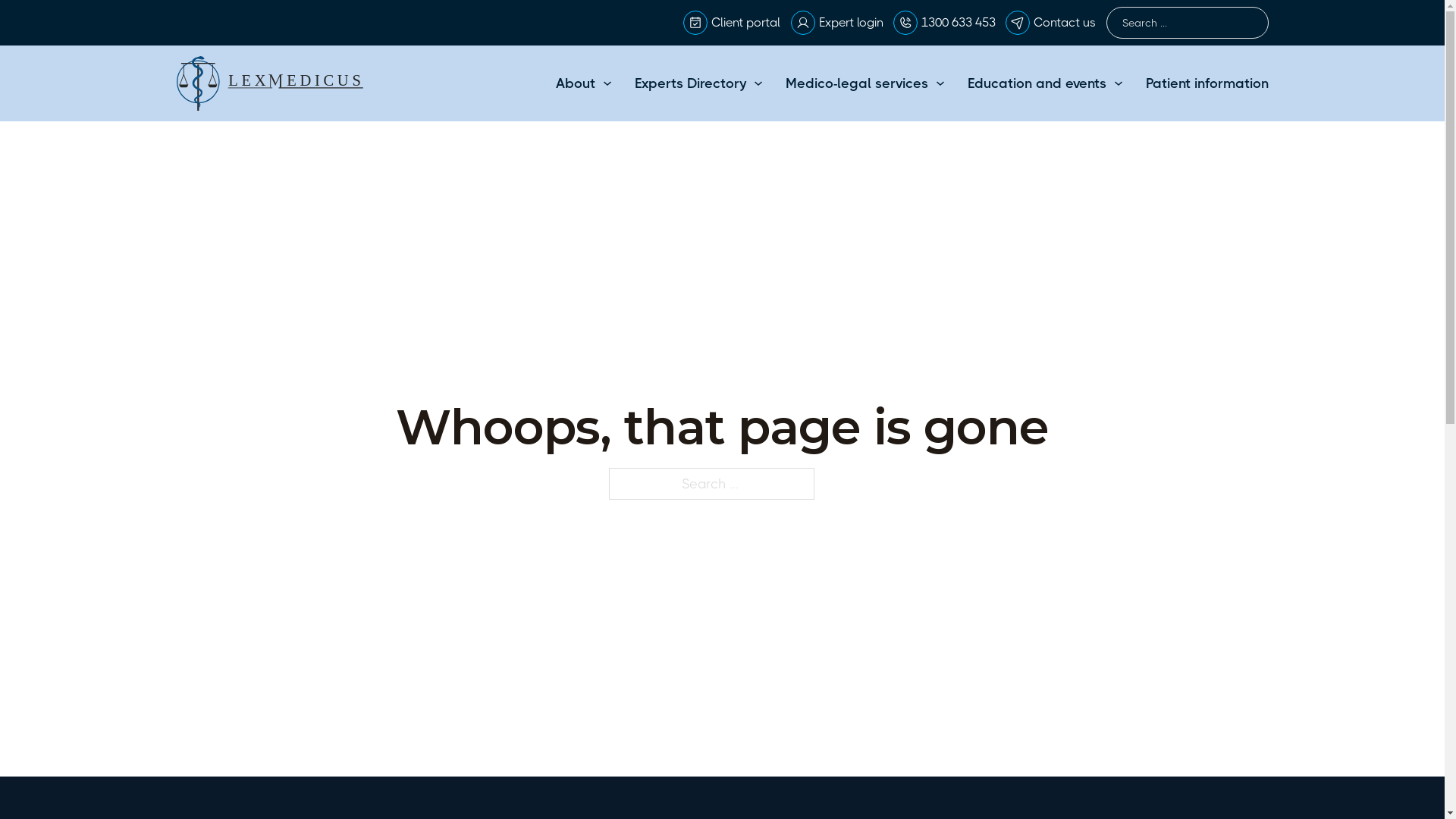 The height and width of the screenshot is (819, 1456). I want to click on 'About', so click(574, 83).